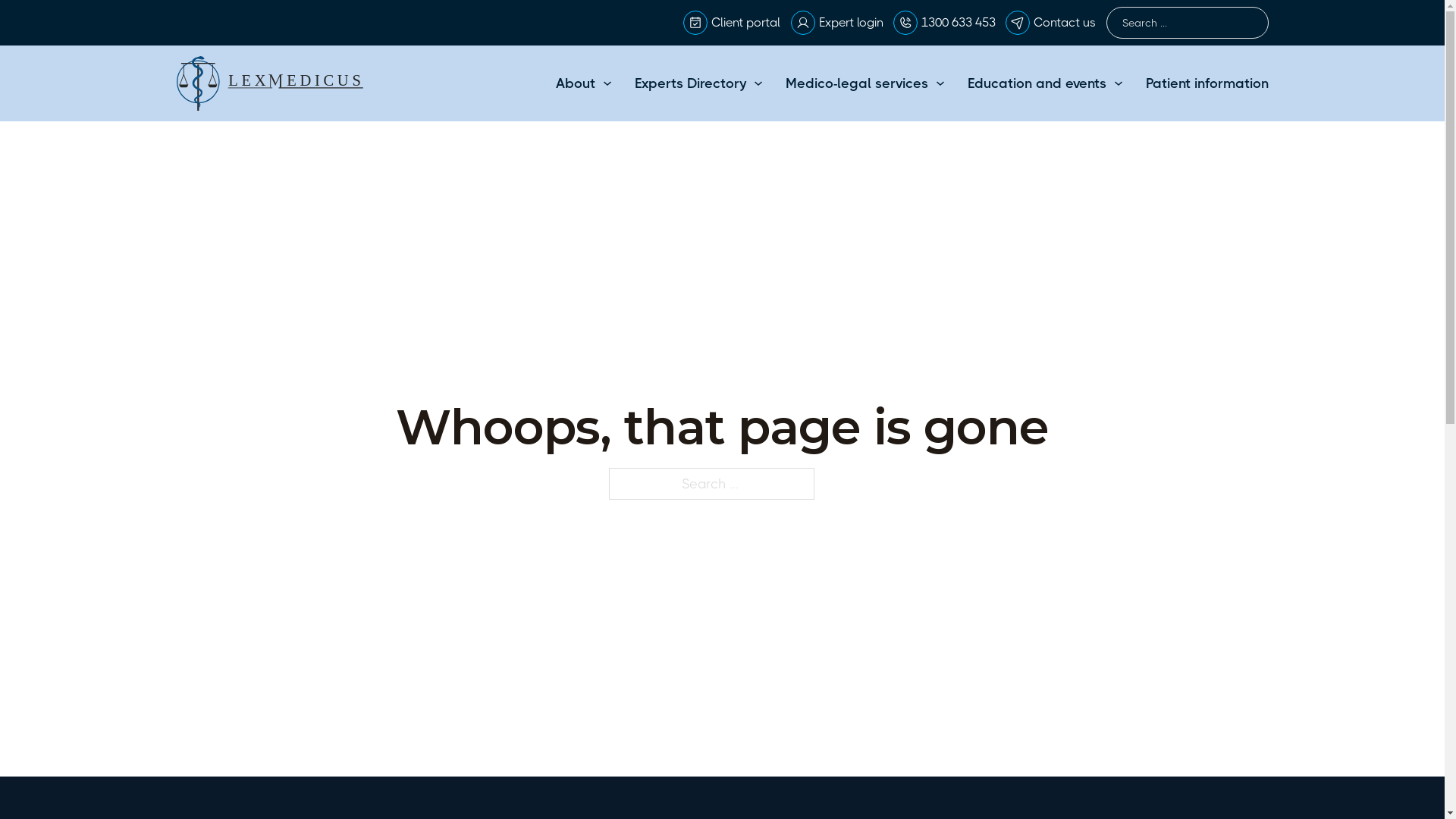 The height and width of the screenshot is (819, 1456). I want to click on 'About', so click(574, 83).